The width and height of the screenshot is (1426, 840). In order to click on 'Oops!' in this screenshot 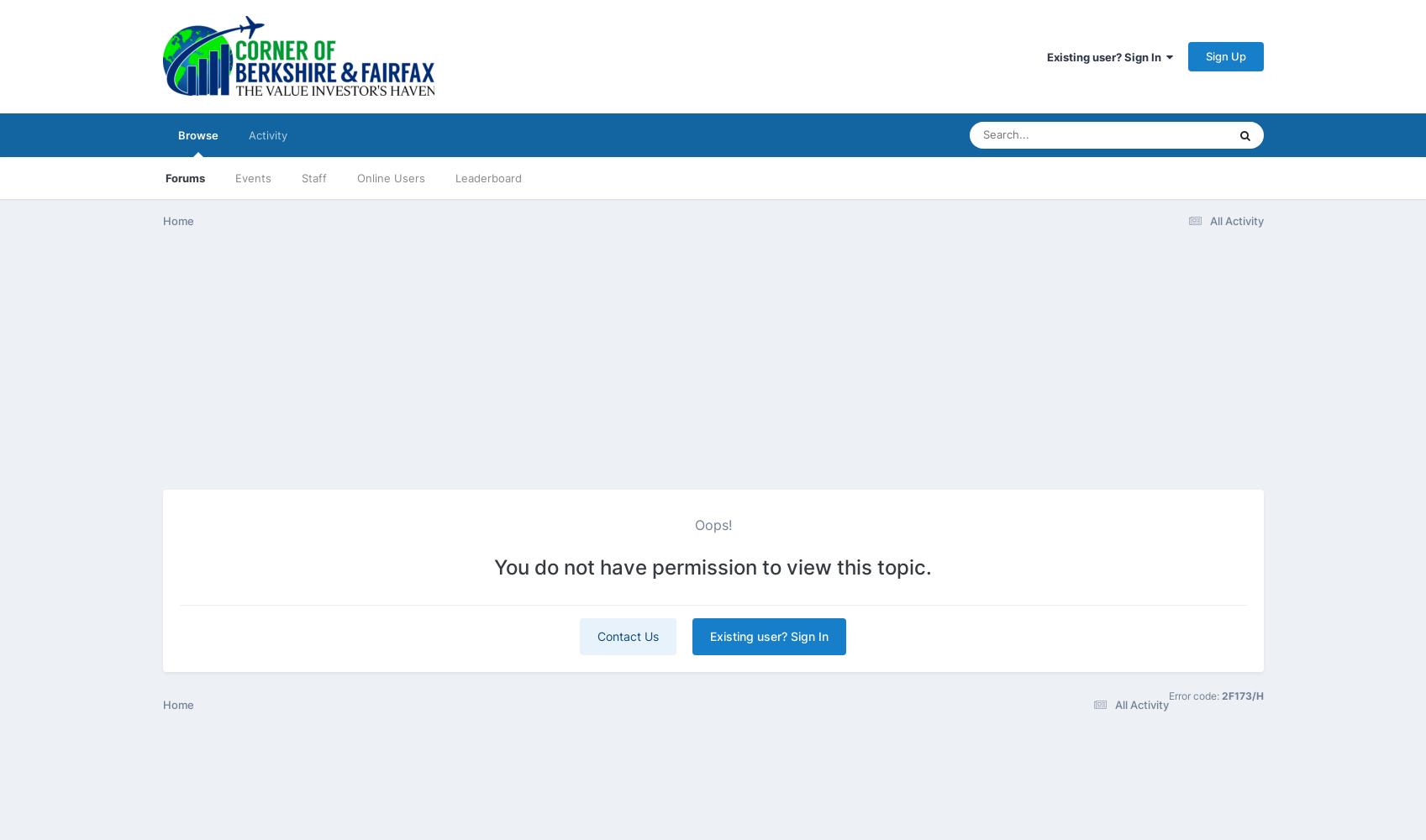, I will do `click(712, 525)`.